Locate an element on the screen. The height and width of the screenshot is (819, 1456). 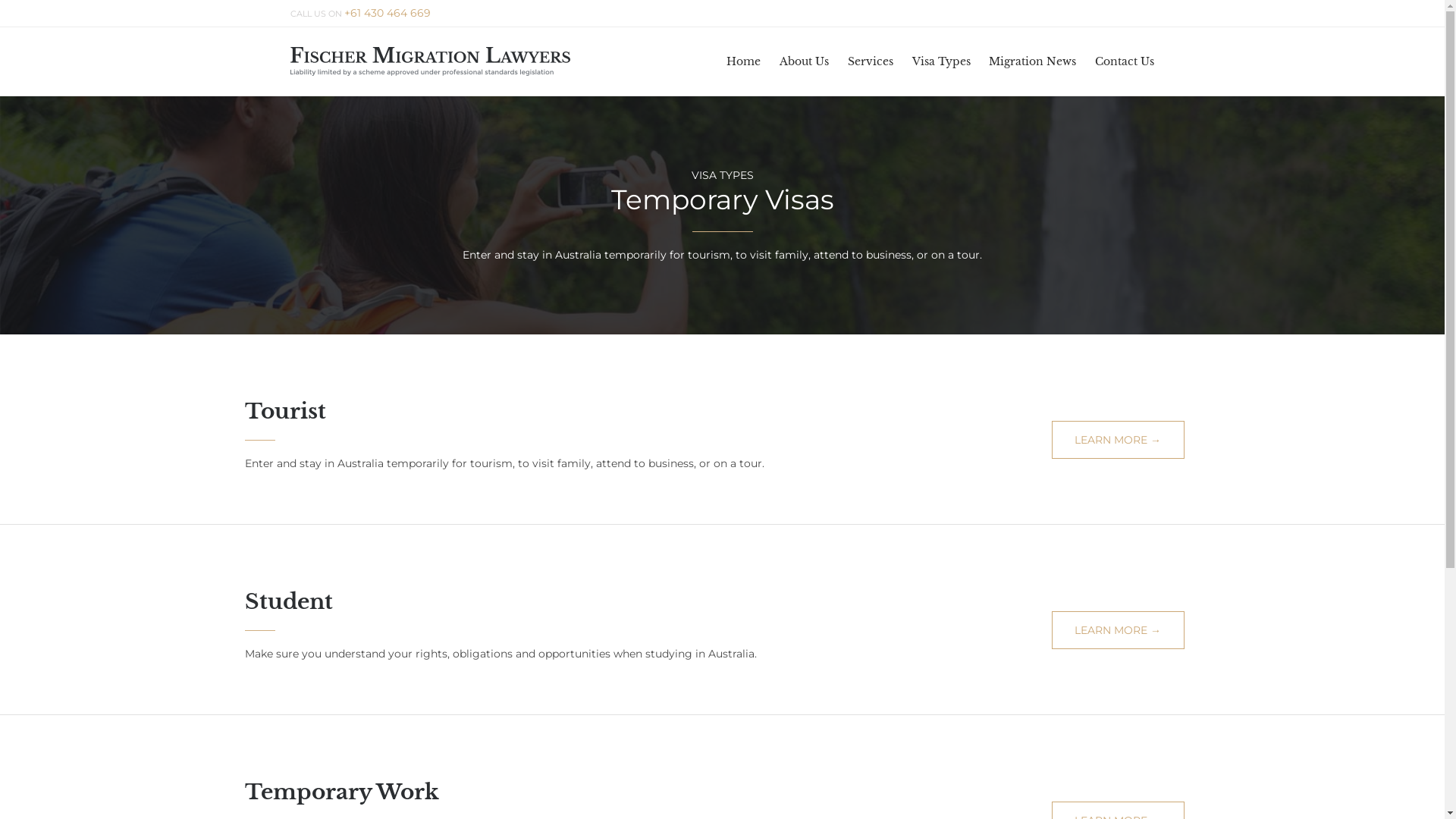
'Home' is located at coordinates (743, 61).